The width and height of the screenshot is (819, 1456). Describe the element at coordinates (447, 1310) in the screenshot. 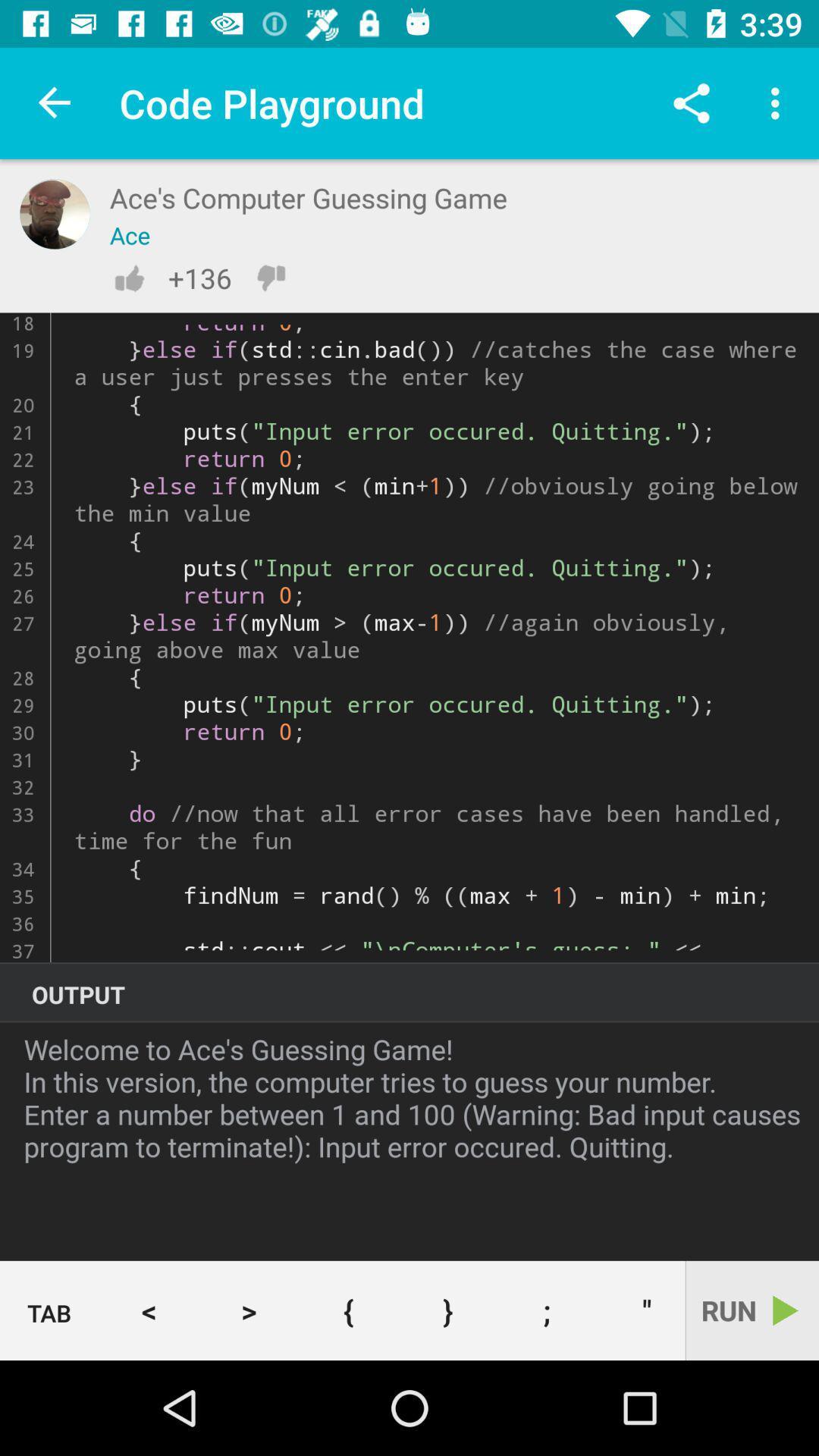

I see `} button` at that location.